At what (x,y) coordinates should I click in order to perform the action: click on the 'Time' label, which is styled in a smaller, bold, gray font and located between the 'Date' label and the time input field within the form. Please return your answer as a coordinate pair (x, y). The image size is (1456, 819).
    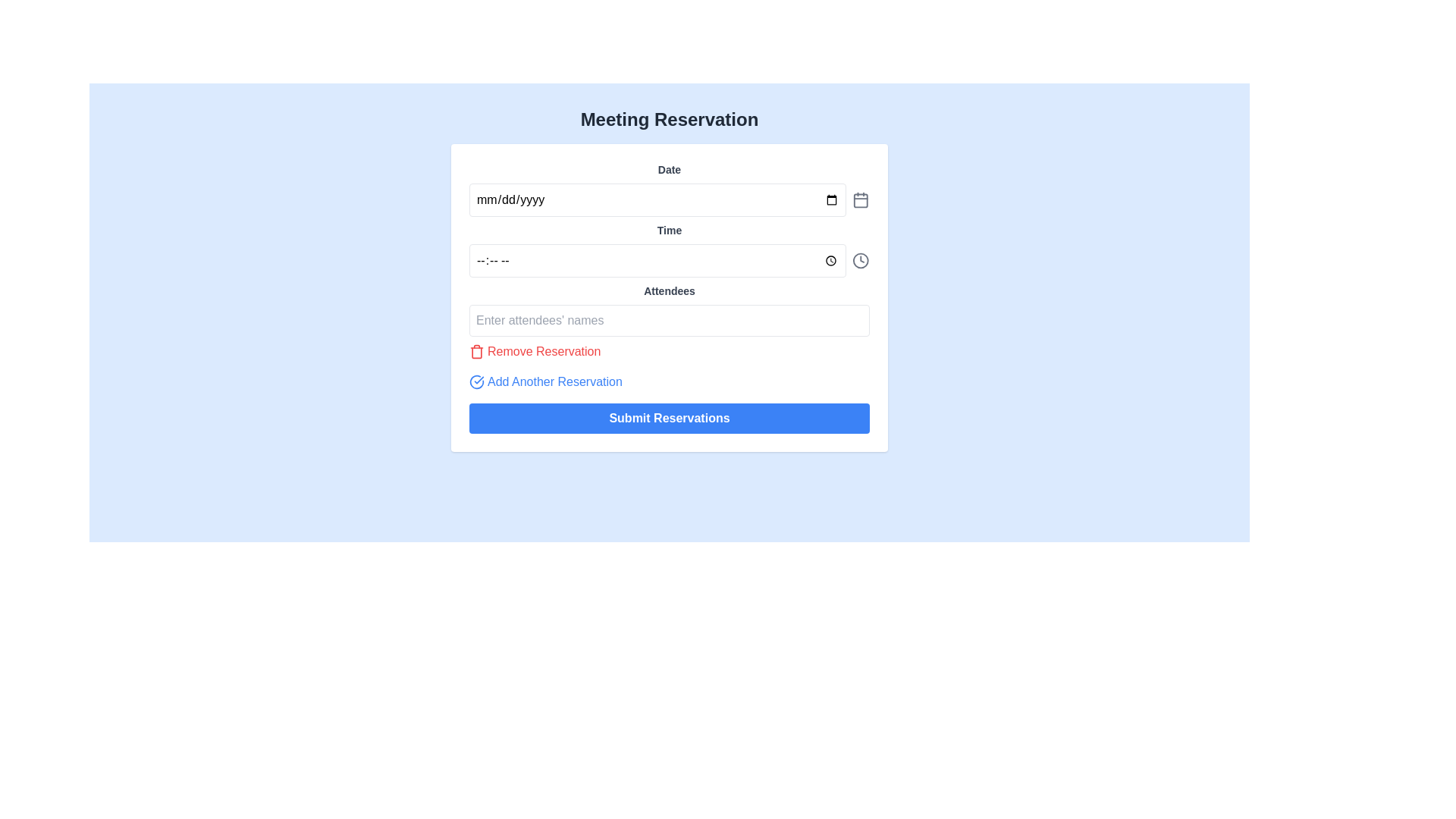
    Looking at the image, I should click on (669, 231).